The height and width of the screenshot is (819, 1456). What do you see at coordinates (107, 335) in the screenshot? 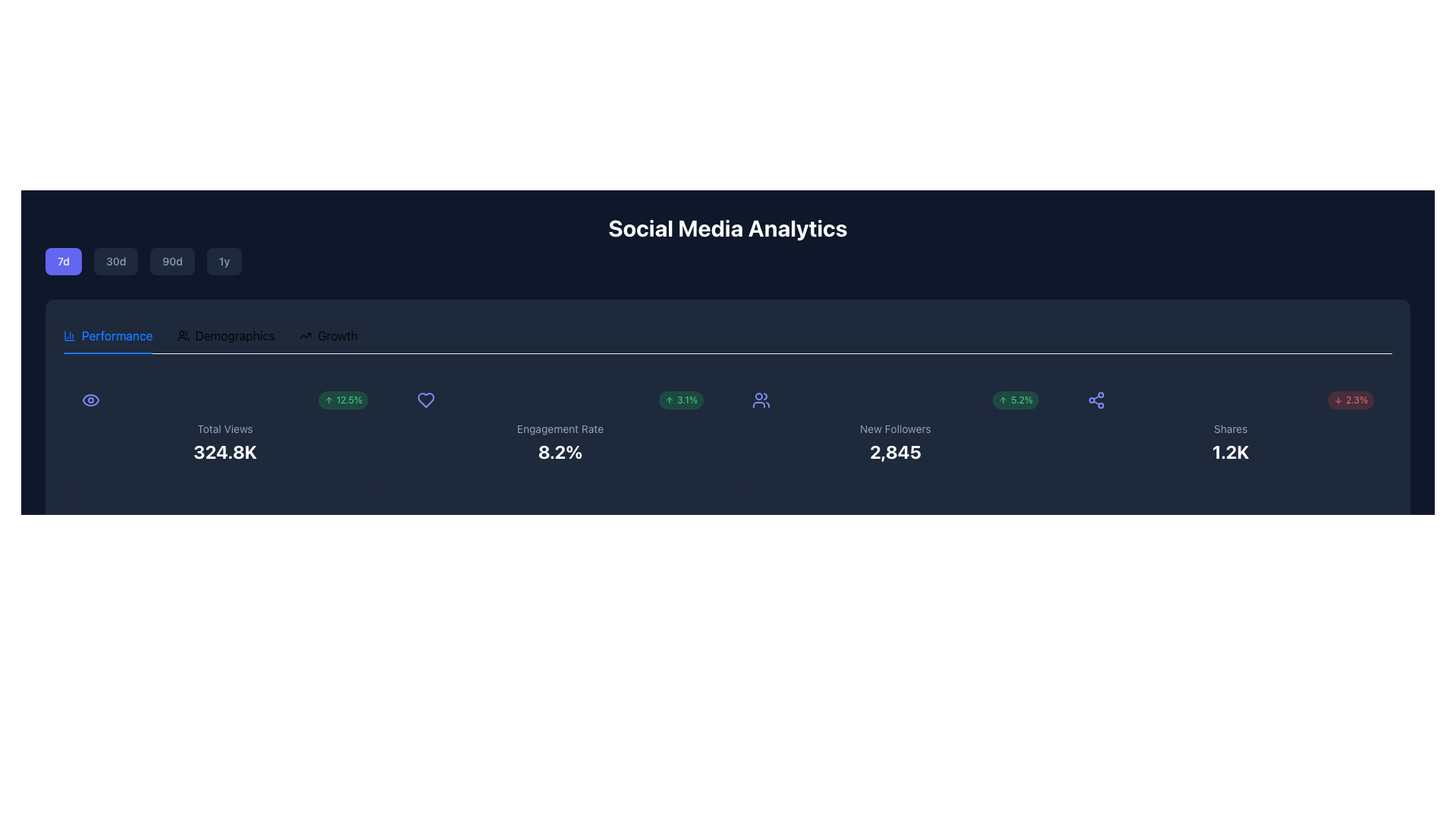
I see `the 'Performance' tab to switch the content view` at bounding box center [107, 335].